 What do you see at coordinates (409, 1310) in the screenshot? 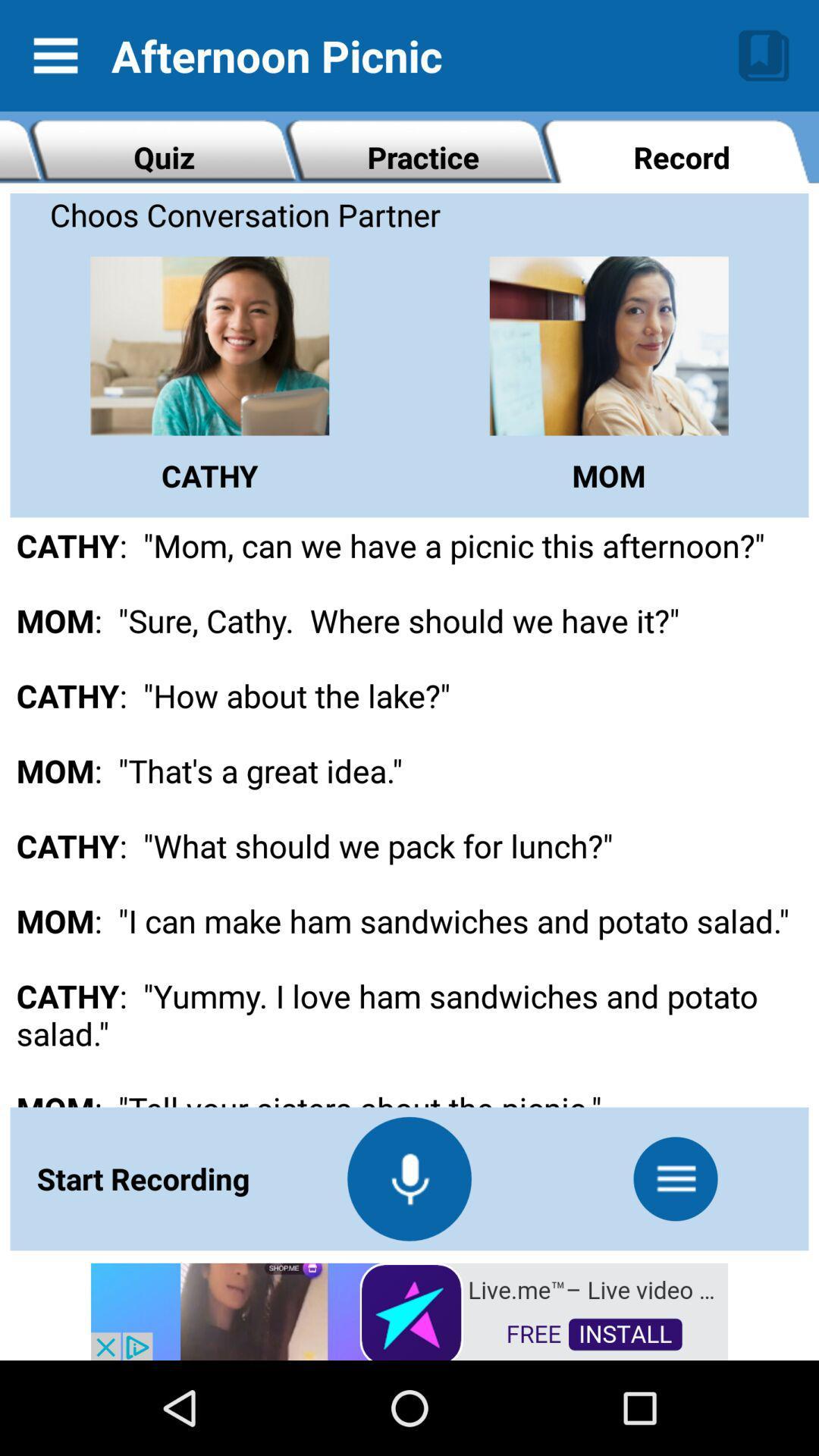
I see `this is an advertisement` at bounding box center [409, 1310].